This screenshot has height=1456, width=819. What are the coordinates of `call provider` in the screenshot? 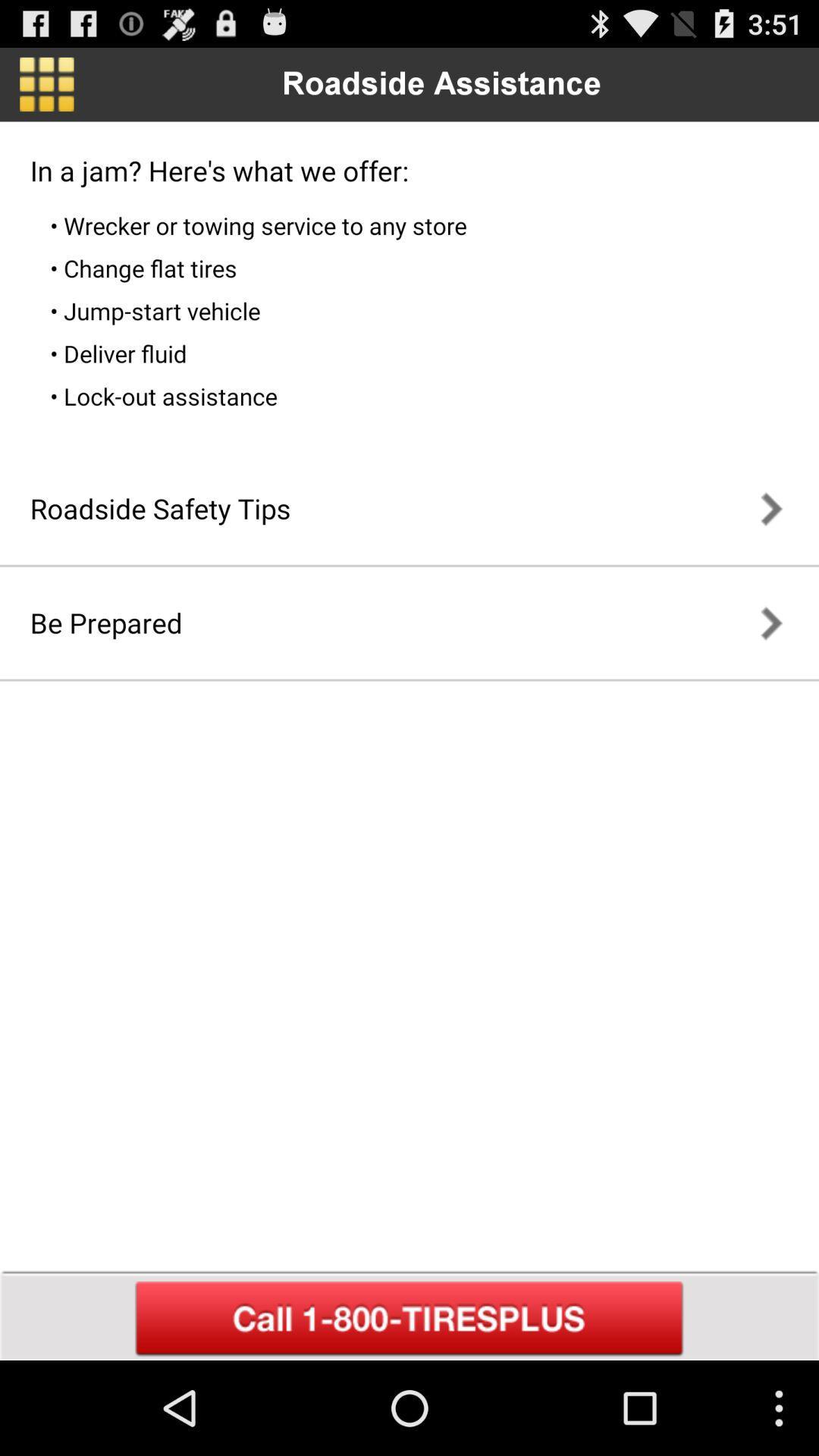 It's located at (409, 1318).